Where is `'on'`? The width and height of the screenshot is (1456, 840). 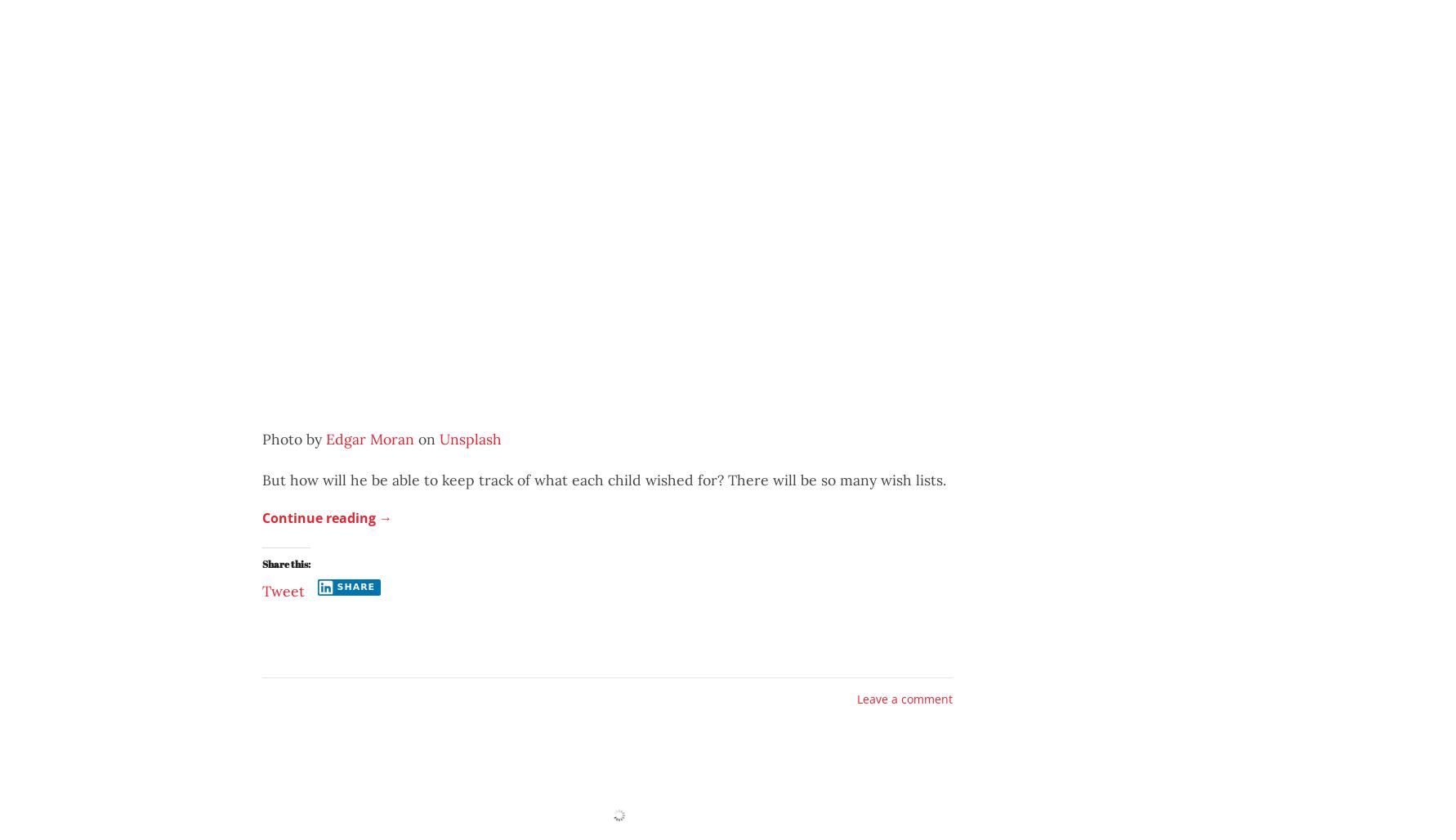
'on' is located at coordinates (413, 439).